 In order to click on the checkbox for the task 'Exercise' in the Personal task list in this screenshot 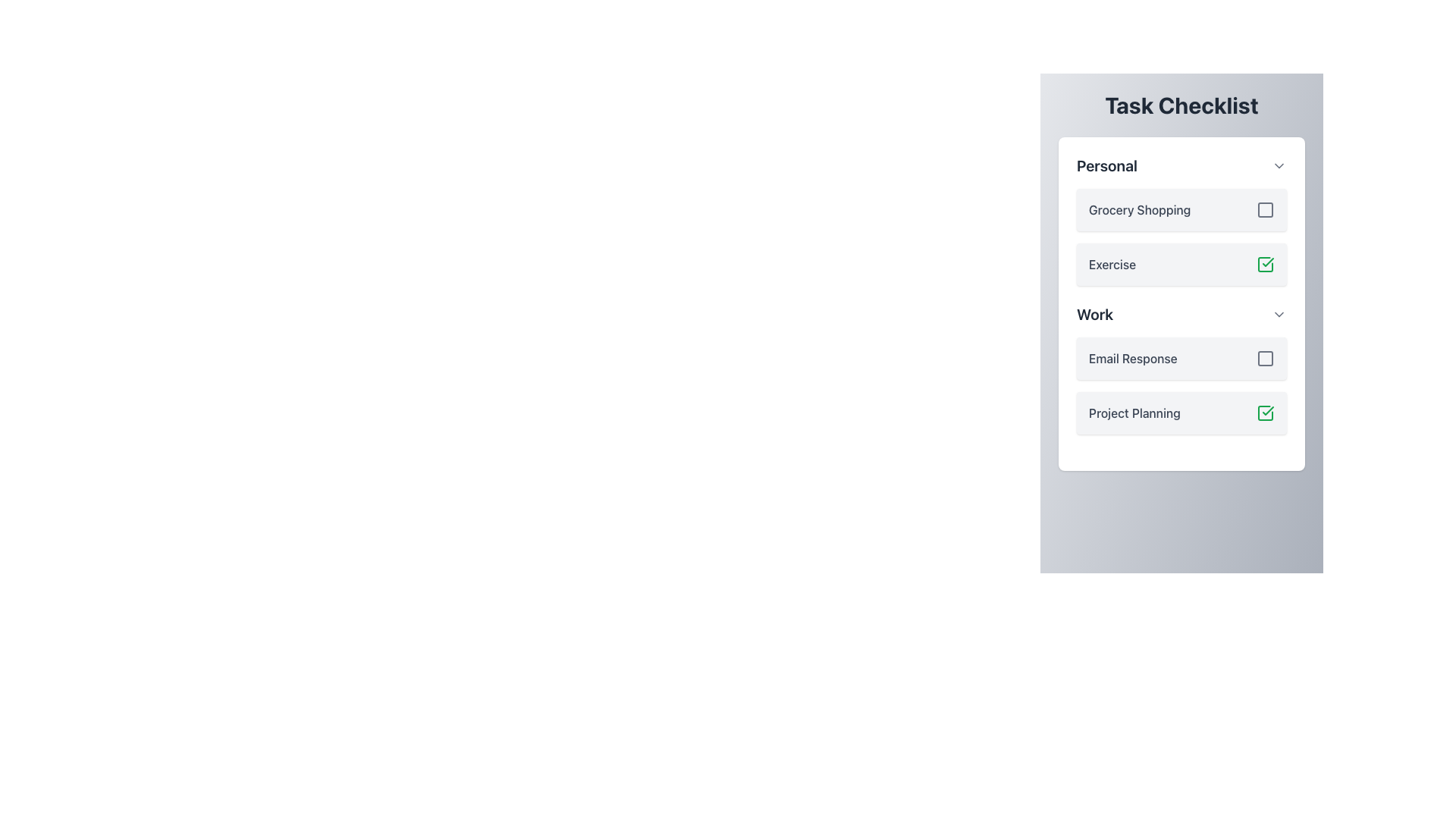, I will do `click(1181, 237)`.